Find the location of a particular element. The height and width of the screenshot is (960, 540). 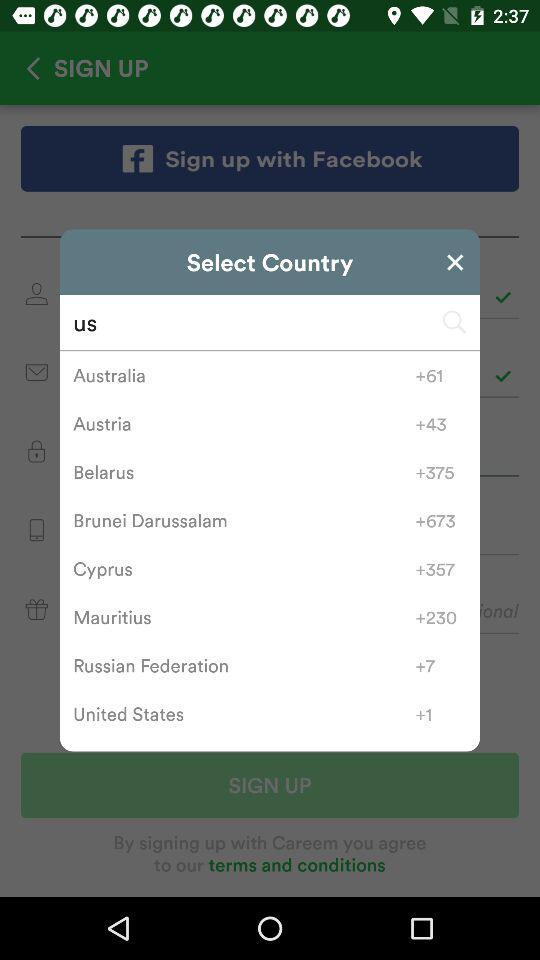

the item to the right of australia item is located at coordinates (441, 374).